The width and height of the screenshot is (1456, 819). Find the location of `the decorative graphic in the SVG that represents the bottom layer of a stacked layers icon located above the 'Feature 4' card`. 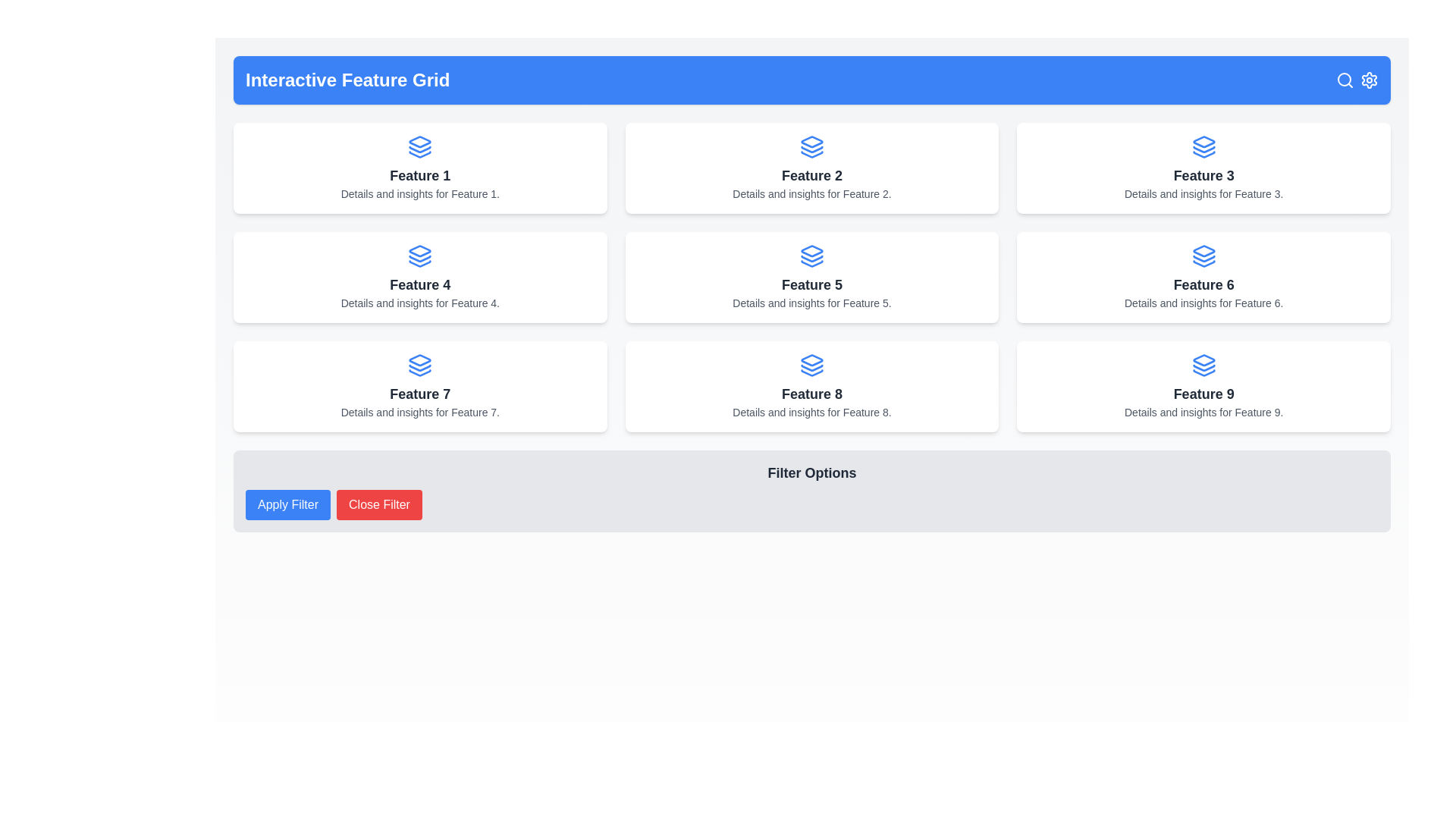

the decorative graphic in the SVG that represents the bottom layer of a stacked layers icon located above the 'Feature 4' card is located at coordinates (420, 262).